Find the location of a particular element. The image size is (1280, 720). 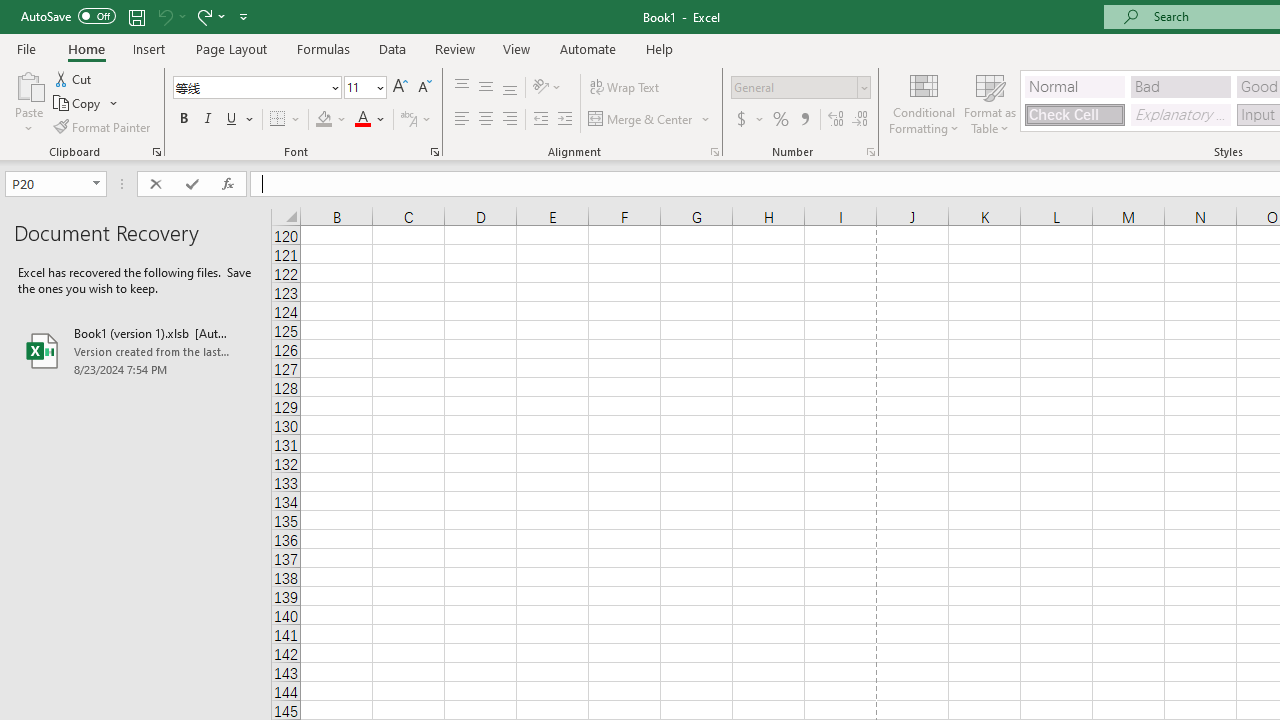

'Merge & Center' is located at coordinates (650, 119).